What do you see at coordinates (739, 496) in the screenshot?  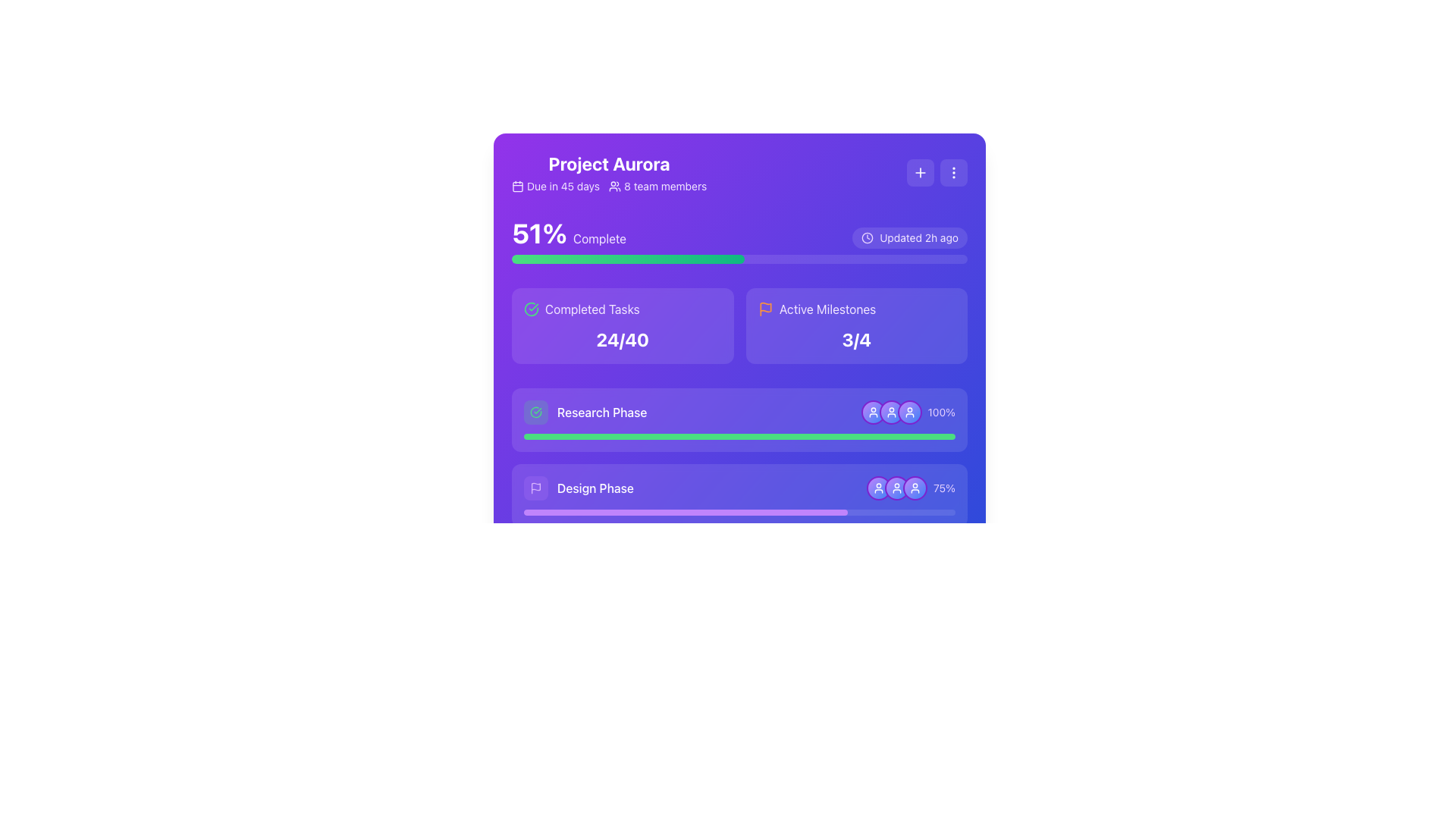 I see `the progress card UI component displaying the 'Design Phase' progress information, which is the second item in the vertical list of progress cards` at bounding box center [739, 496].